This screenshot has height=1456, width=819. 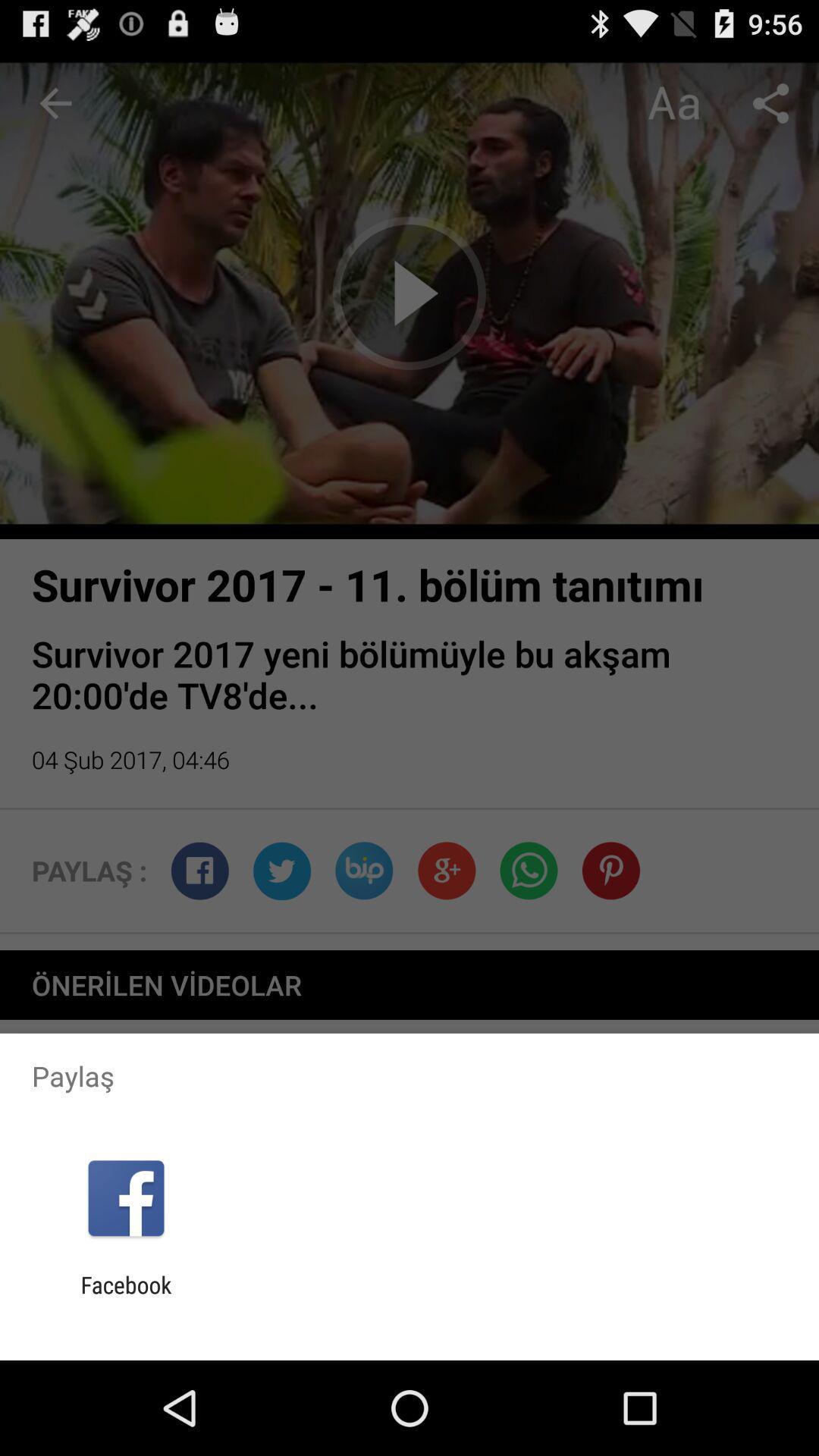 What do you see at coordinates (125, 1197) in the screenshot?
I see `the item above facebook icon` at bounding box center [125, 1197].